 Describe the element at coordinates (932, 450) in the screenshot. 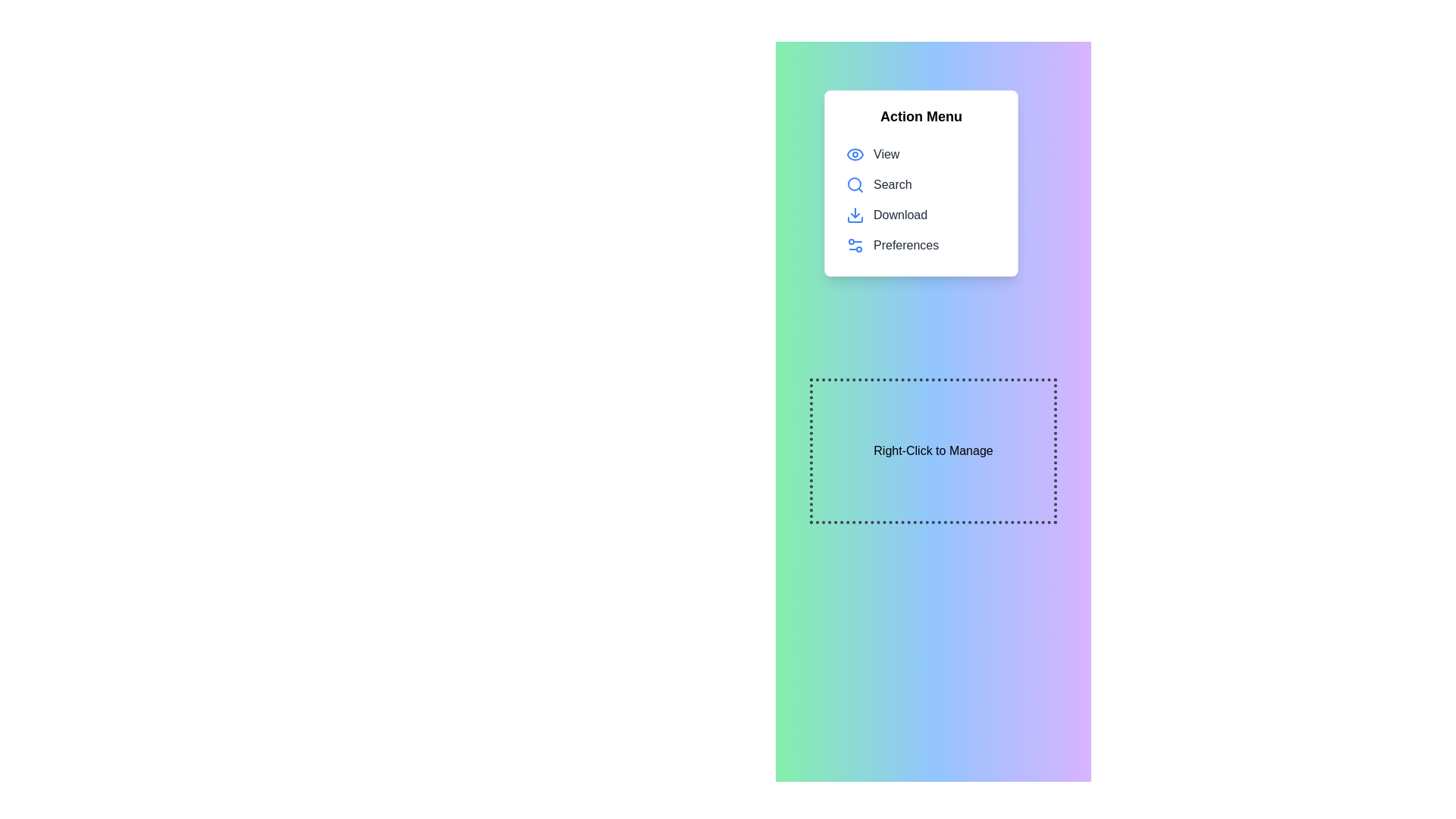

I see `the dotted box to toggle the menu visibility` at that location.